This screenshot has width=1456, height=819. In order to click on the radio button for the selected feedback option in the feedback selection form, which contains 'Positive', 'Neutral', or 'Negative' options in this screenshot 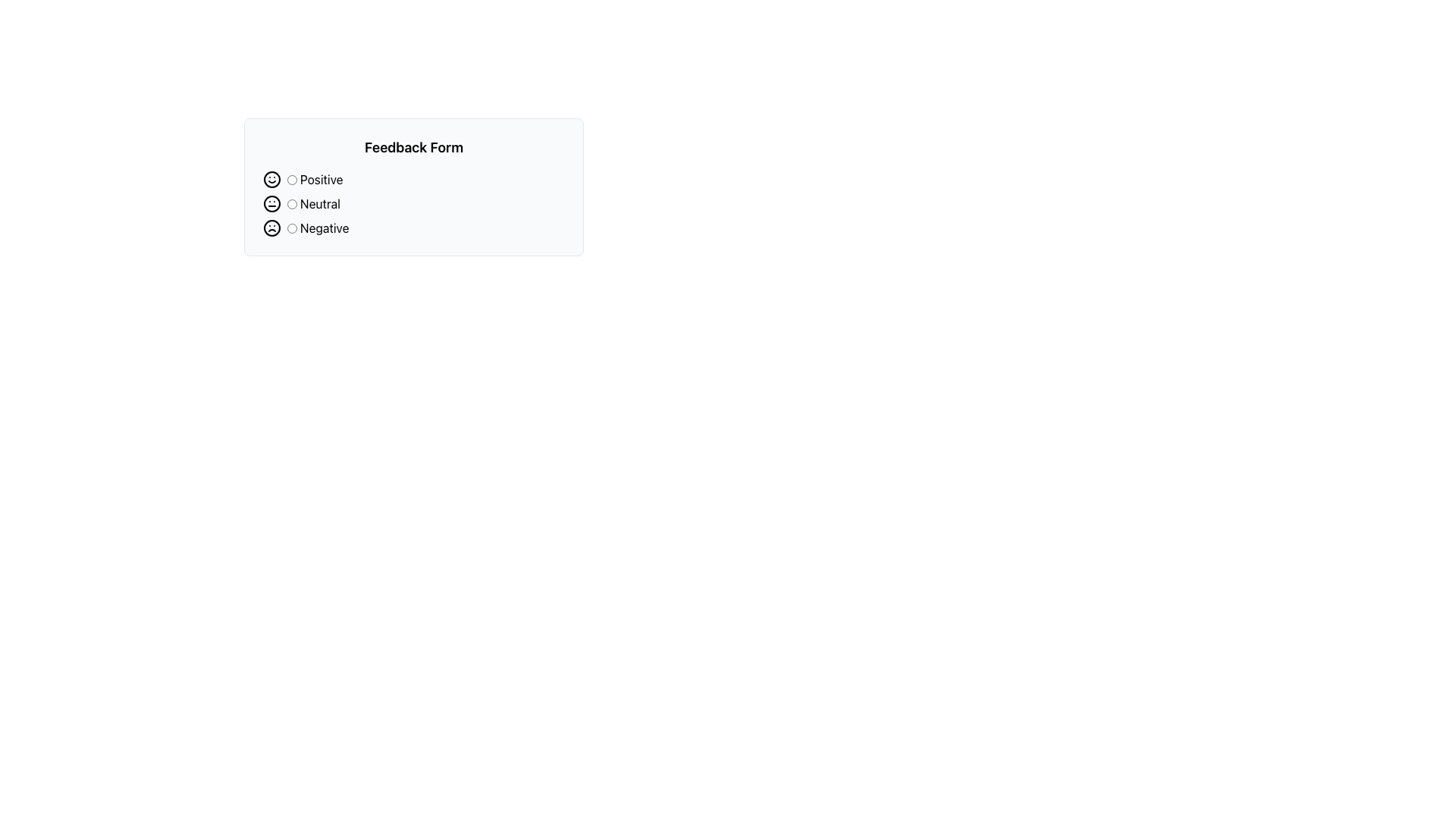, I will do `click(414, 186)`.